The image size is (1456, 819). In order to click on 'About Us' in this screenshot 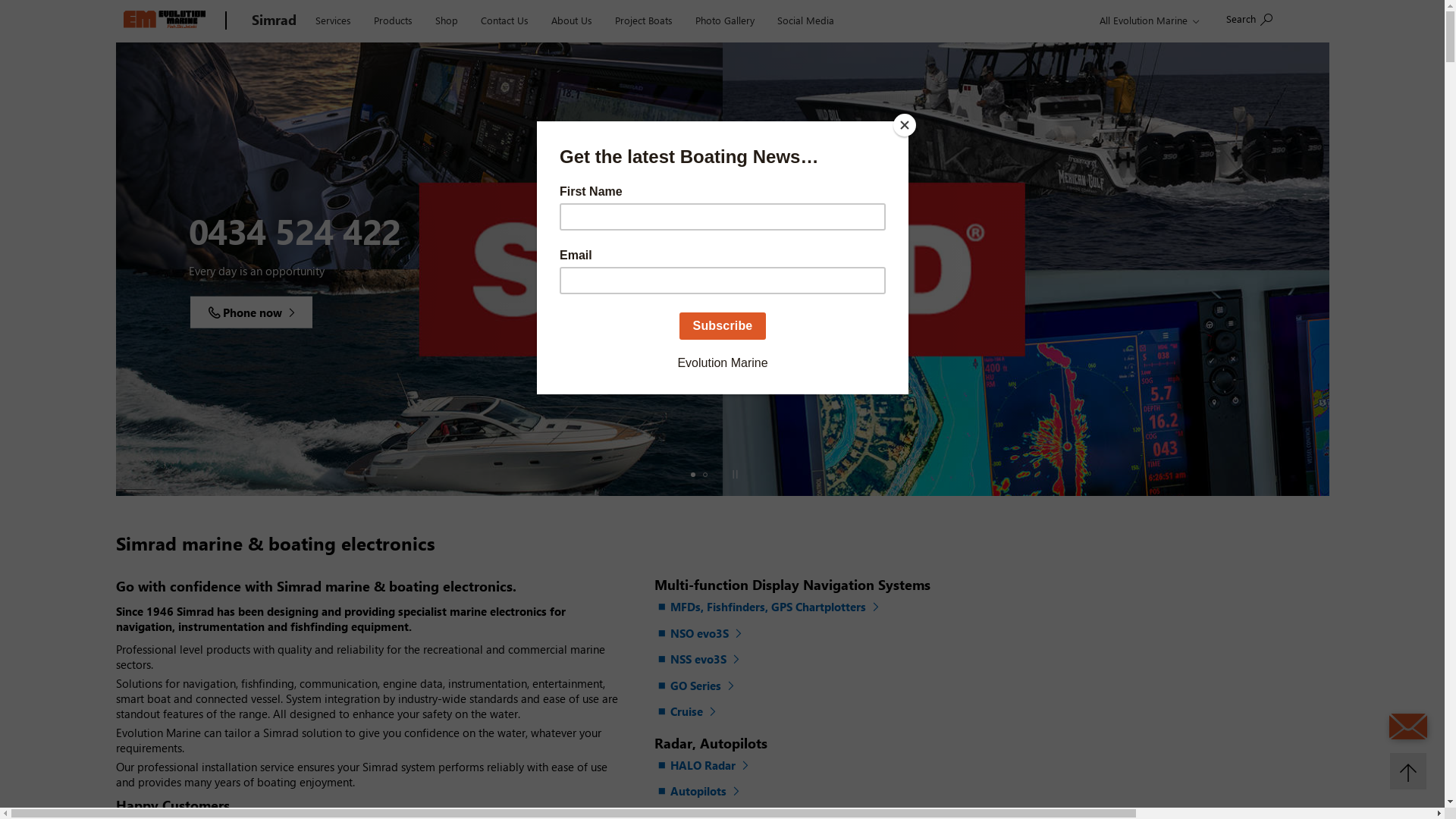, I will do `click(570, 18)`.